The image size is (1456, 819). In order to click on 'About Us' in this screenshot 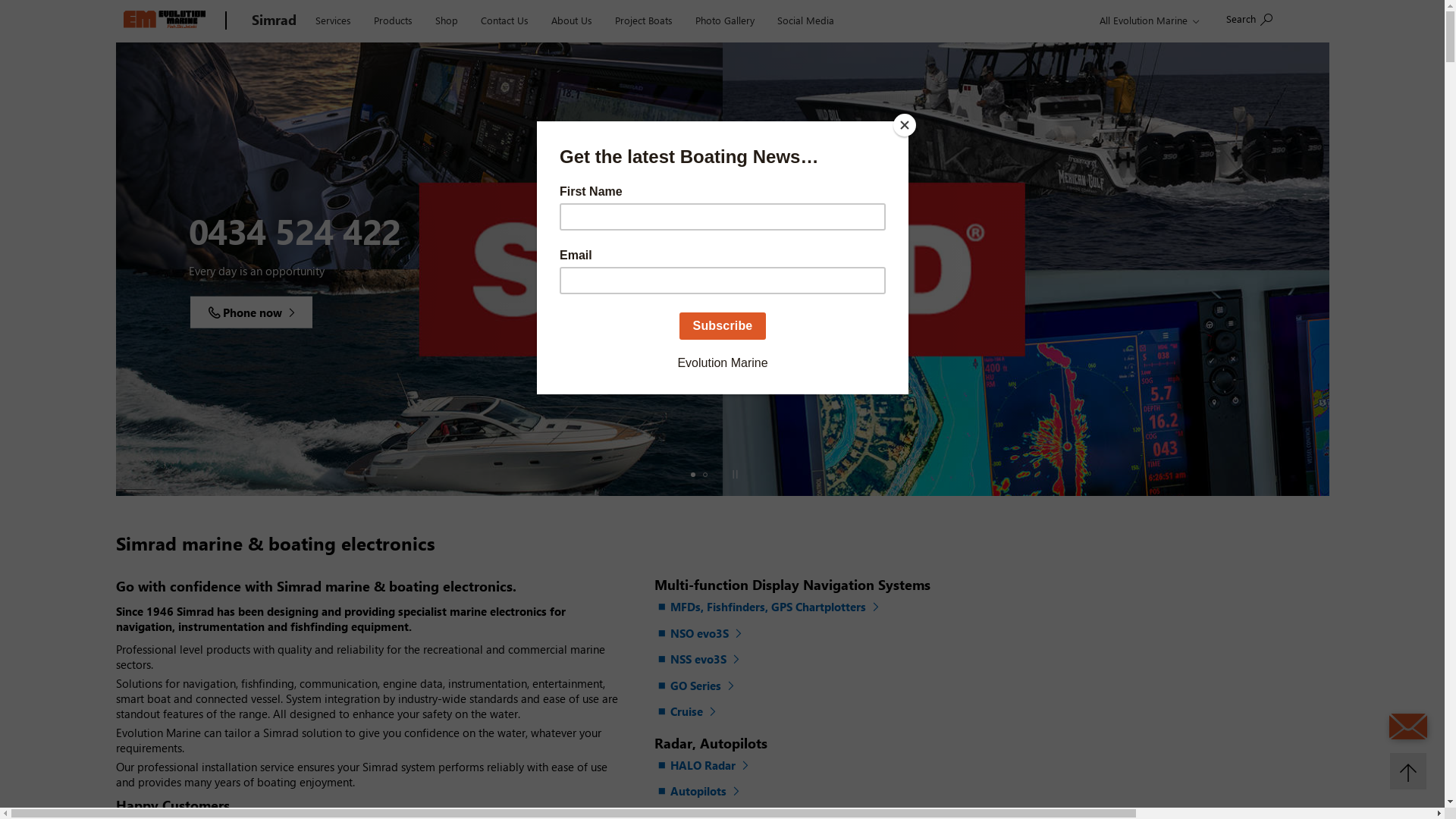, I will do `click(570, 18)`.